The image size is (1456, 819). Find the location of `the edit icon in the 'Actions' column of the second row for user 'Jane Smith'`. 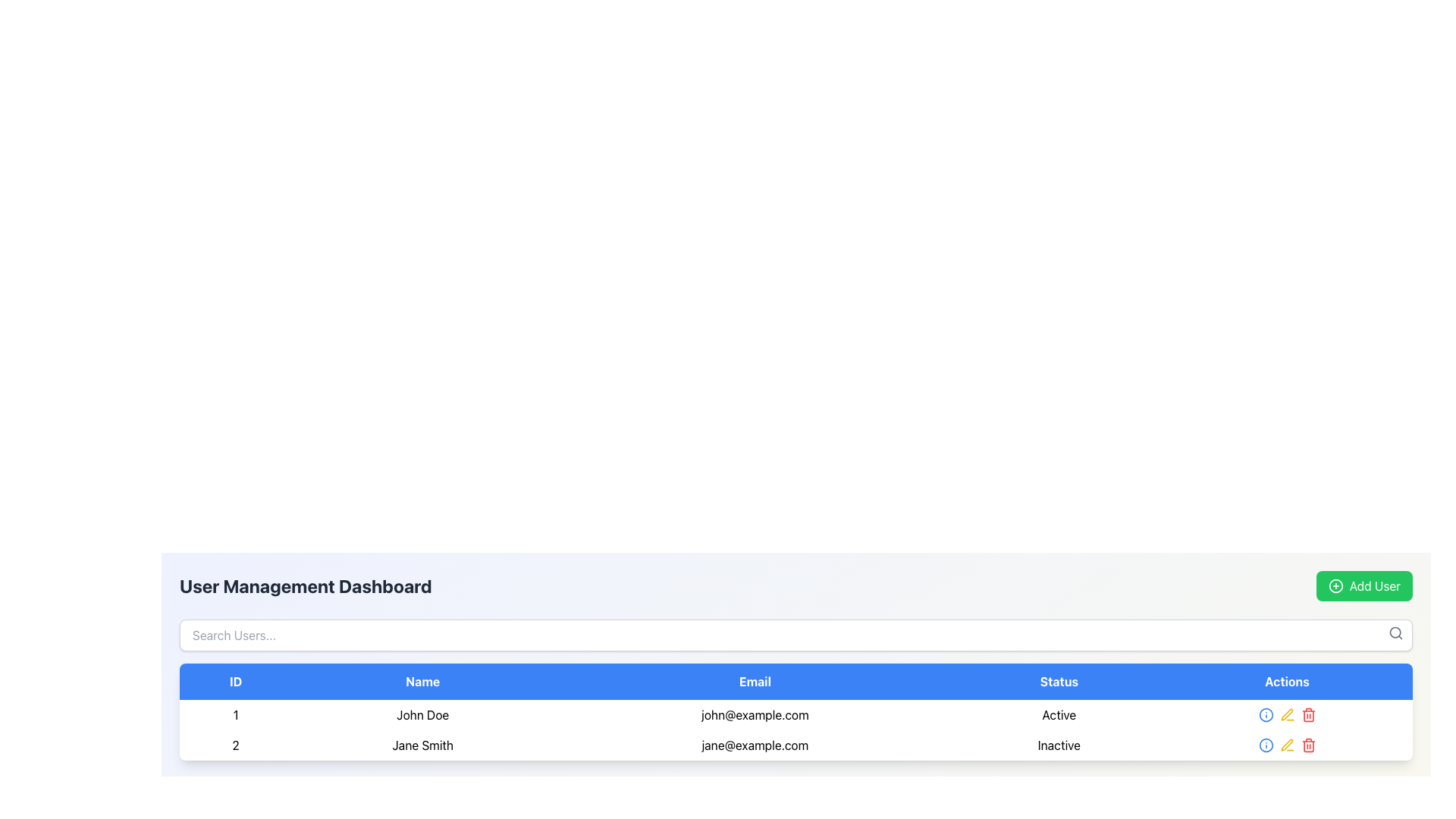

the edit icon in the 'Actions' column of the second row for user 'Jane Smith' is located at coordinates (1286, 745).